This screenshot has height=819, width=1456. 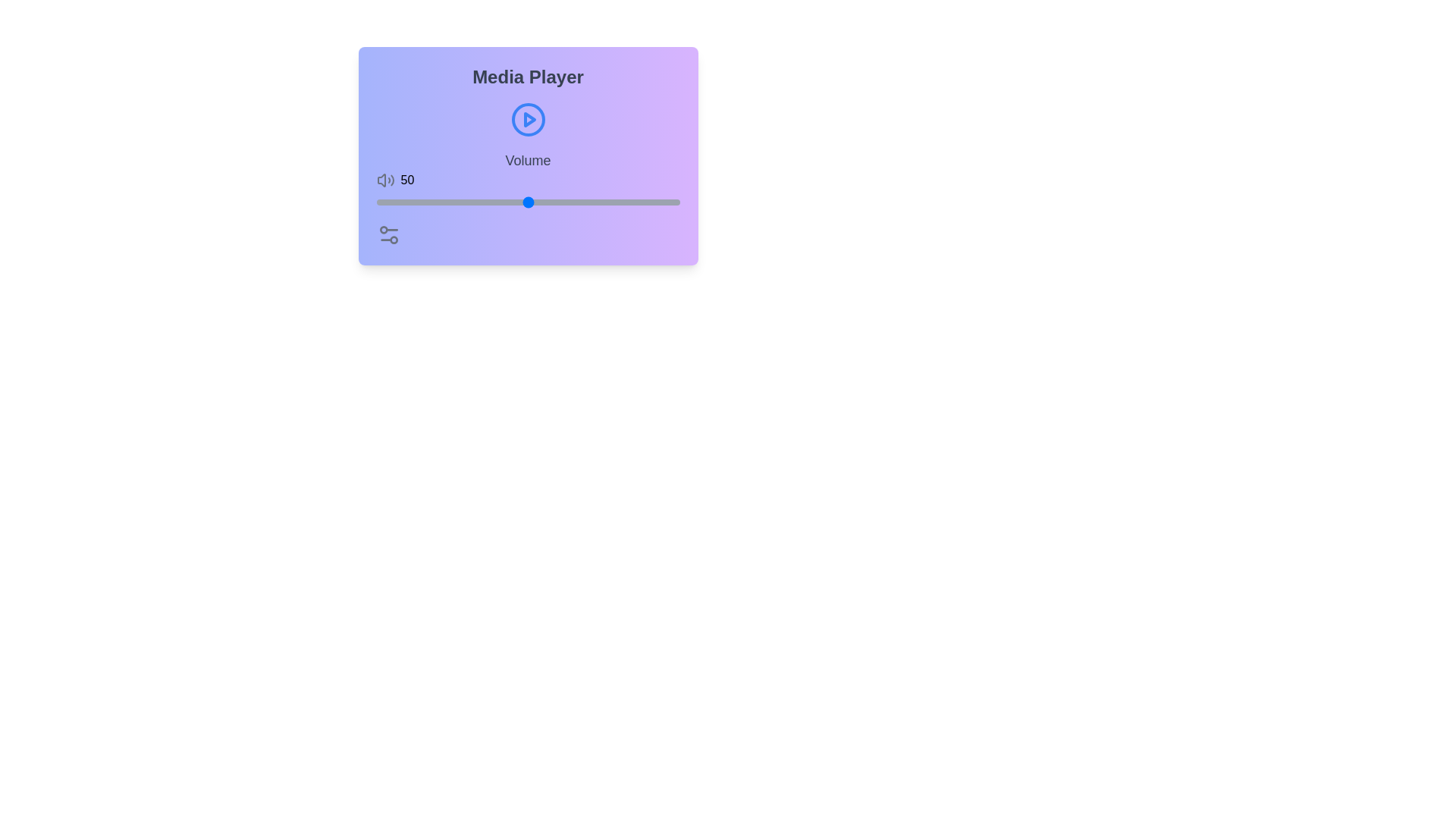 I want to click on the volume control icon, which resembles a speaker and is located to the left of the volume value ('50') in the top-left section of the media player interface, so click(x=381, y=180).